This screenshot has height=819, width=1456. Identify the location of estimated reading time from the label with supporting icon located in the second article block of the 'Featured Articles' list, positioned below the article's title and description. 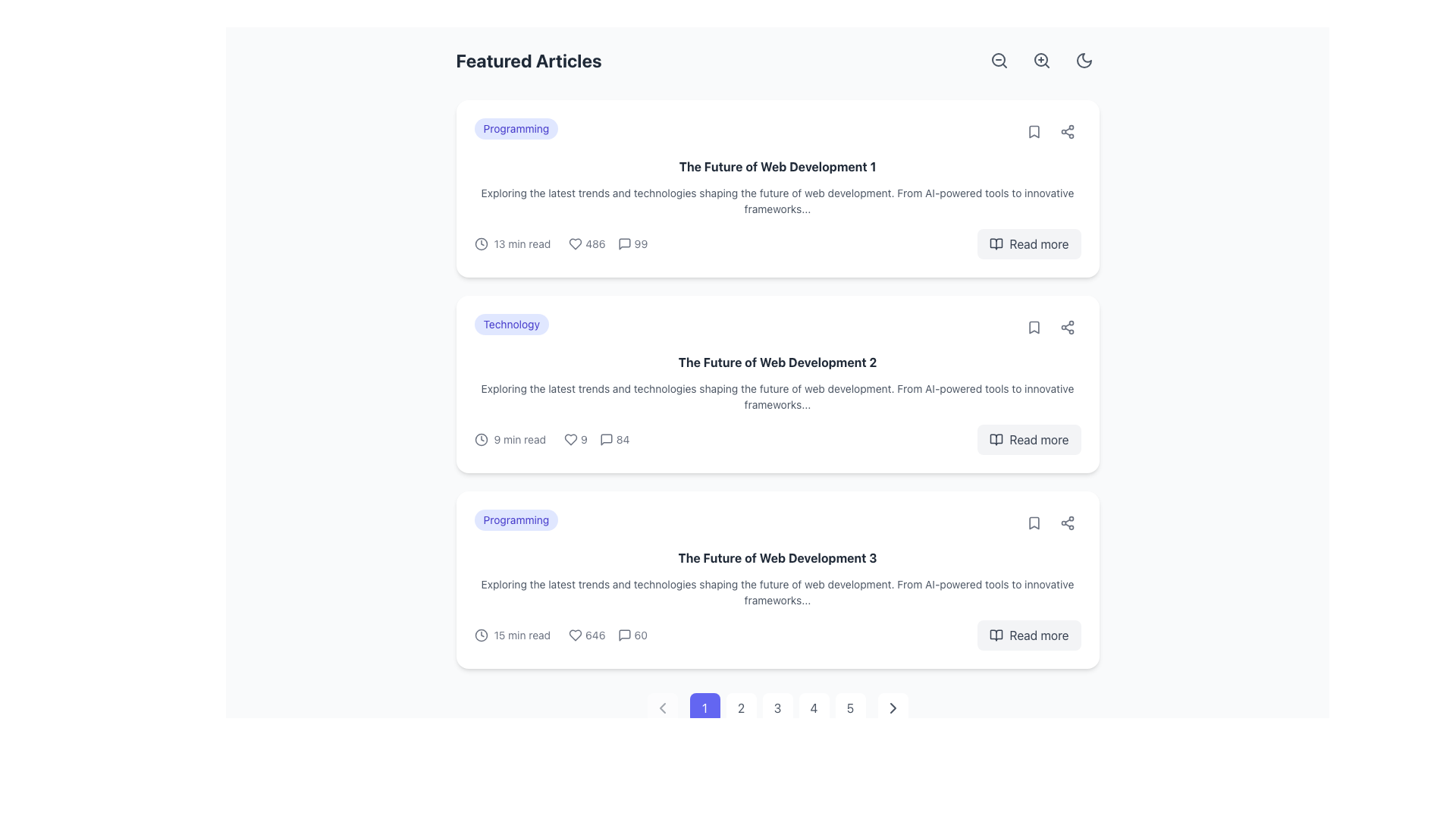
(510, 439).